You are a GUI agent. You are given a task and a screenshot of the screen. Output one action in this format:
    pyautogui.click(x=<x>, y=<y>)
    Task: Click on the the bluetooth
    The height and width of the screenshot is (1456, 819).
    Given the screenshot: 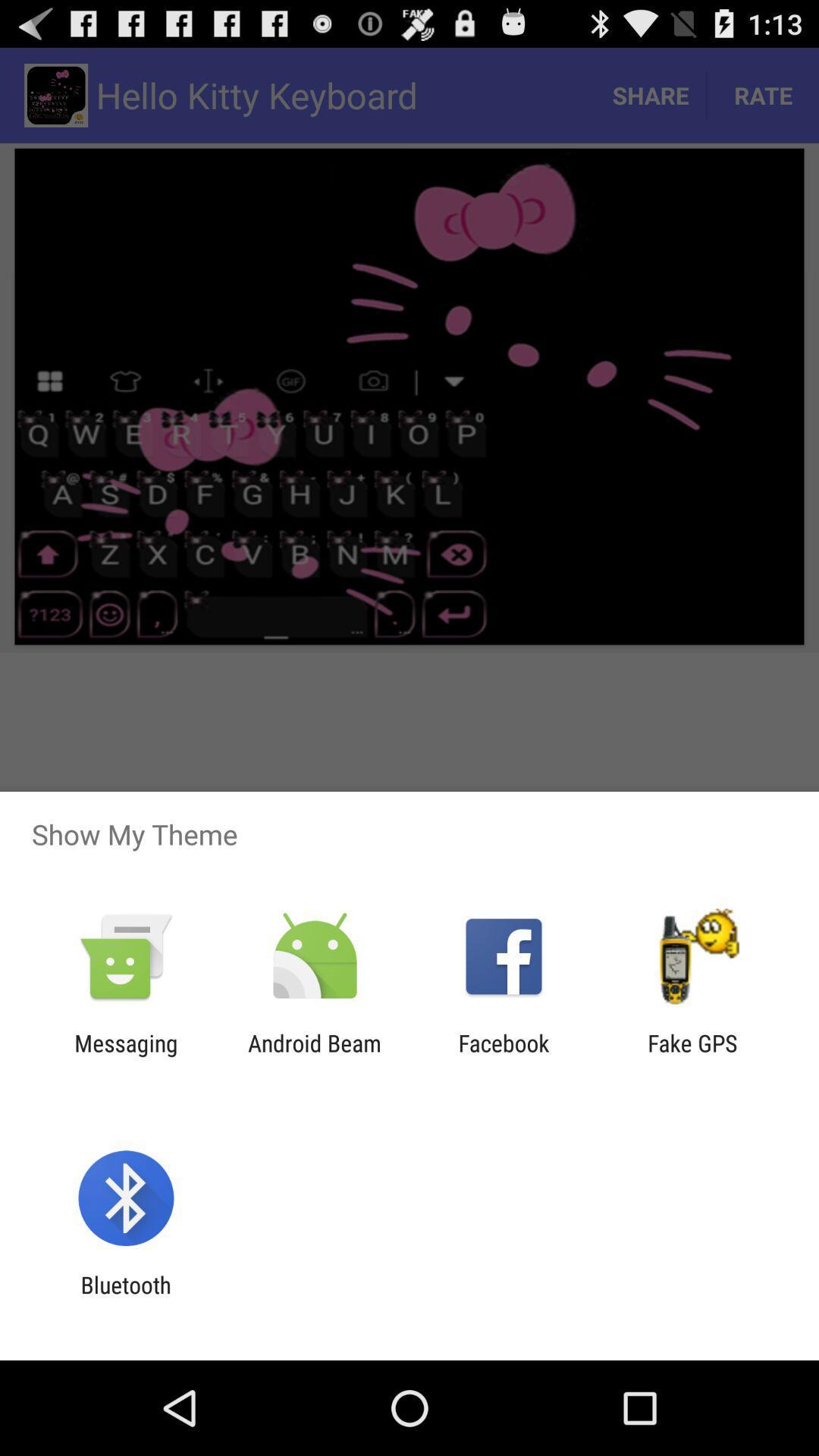 What is the action you would take?
    pyautogui.click(x=125, y=1298)
    